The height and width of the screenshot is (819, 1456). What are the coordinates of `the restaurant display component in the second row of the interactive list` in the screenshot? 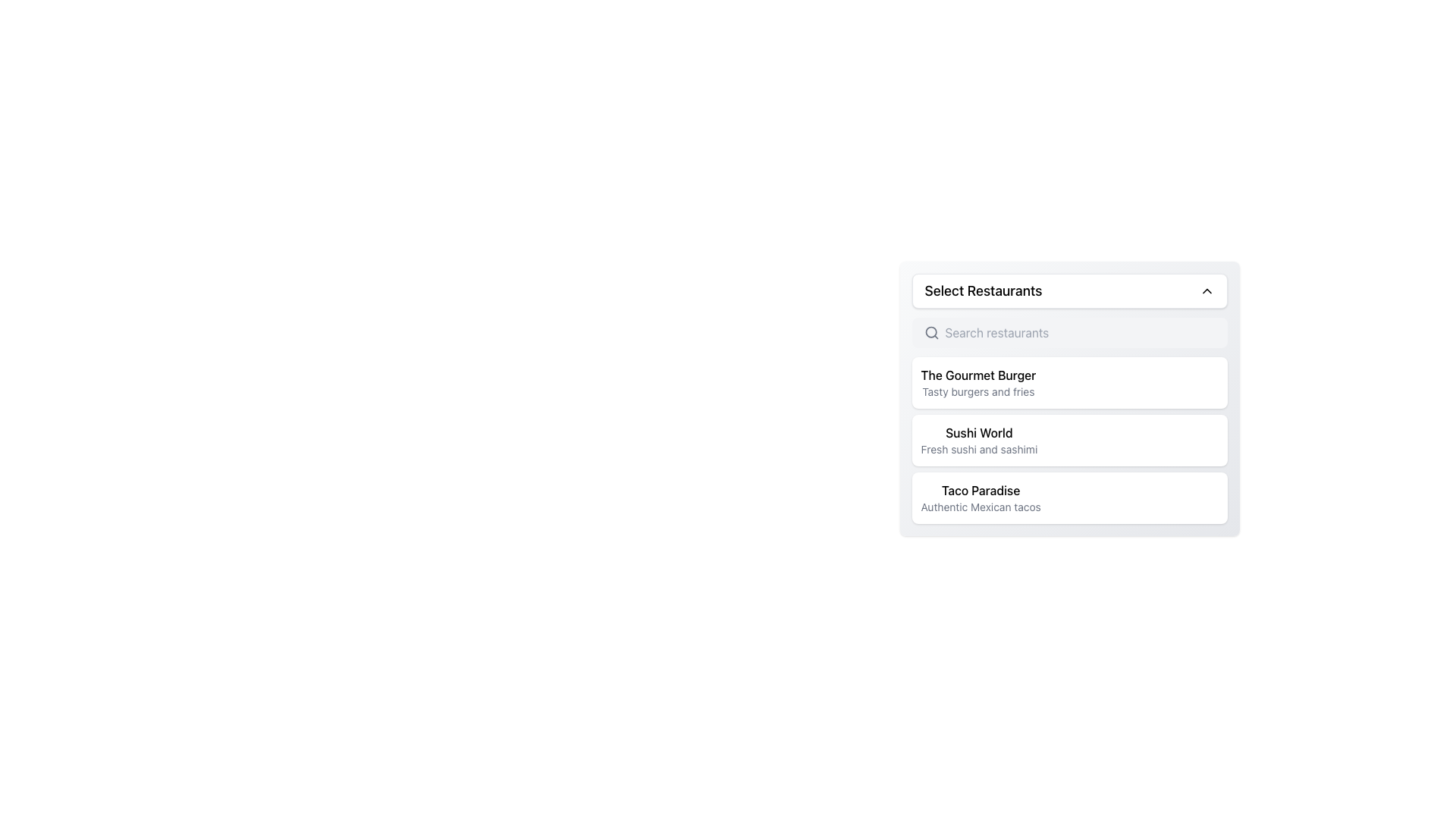 It's located at (978, 382).